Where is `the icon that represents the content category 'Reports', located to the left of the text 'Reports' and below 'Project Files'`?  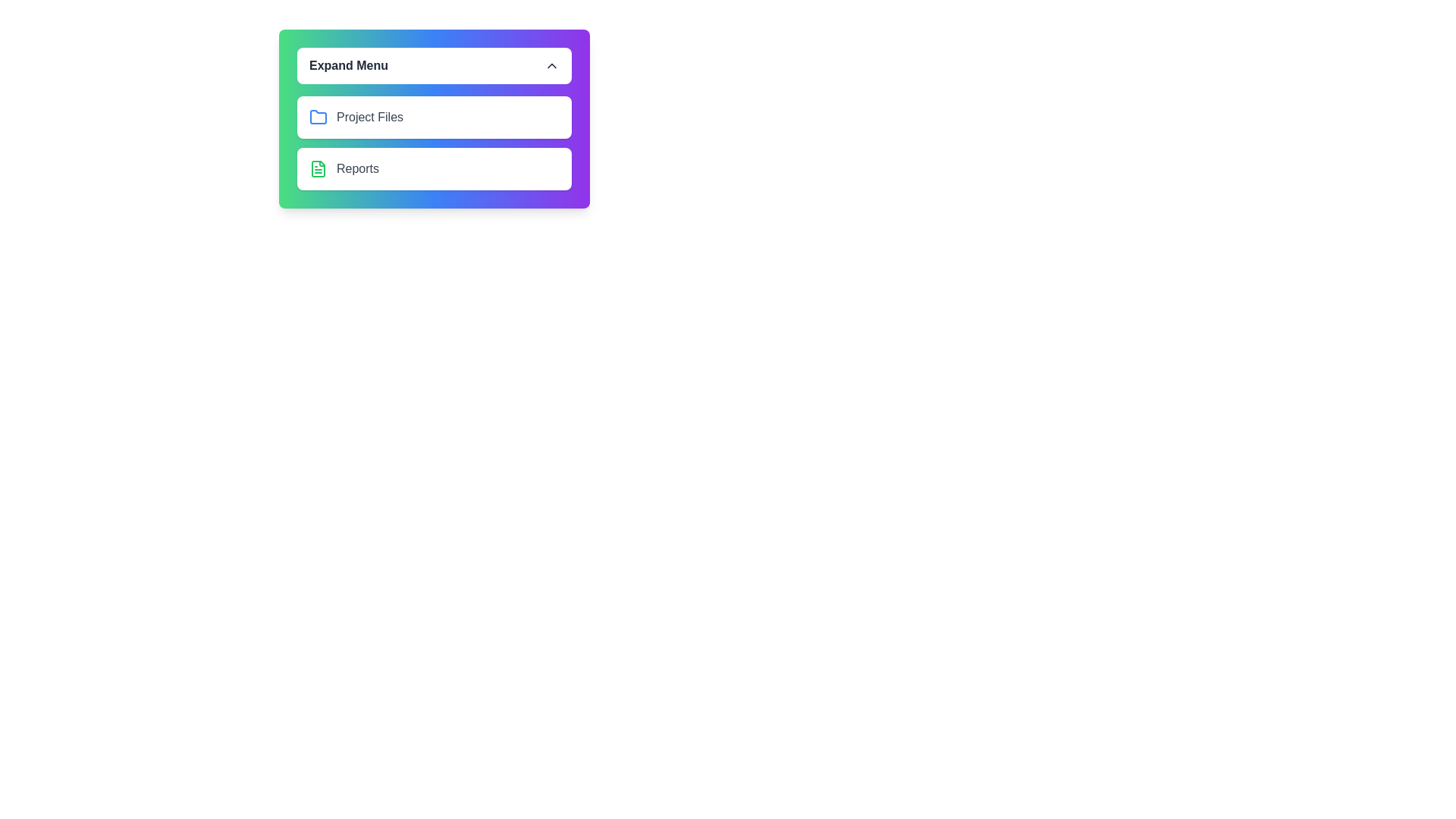 the icon that represents the content category 'Reports', located to the left of the text 'Reports' and below 'Project Files' is located at coordinates (318, 169).